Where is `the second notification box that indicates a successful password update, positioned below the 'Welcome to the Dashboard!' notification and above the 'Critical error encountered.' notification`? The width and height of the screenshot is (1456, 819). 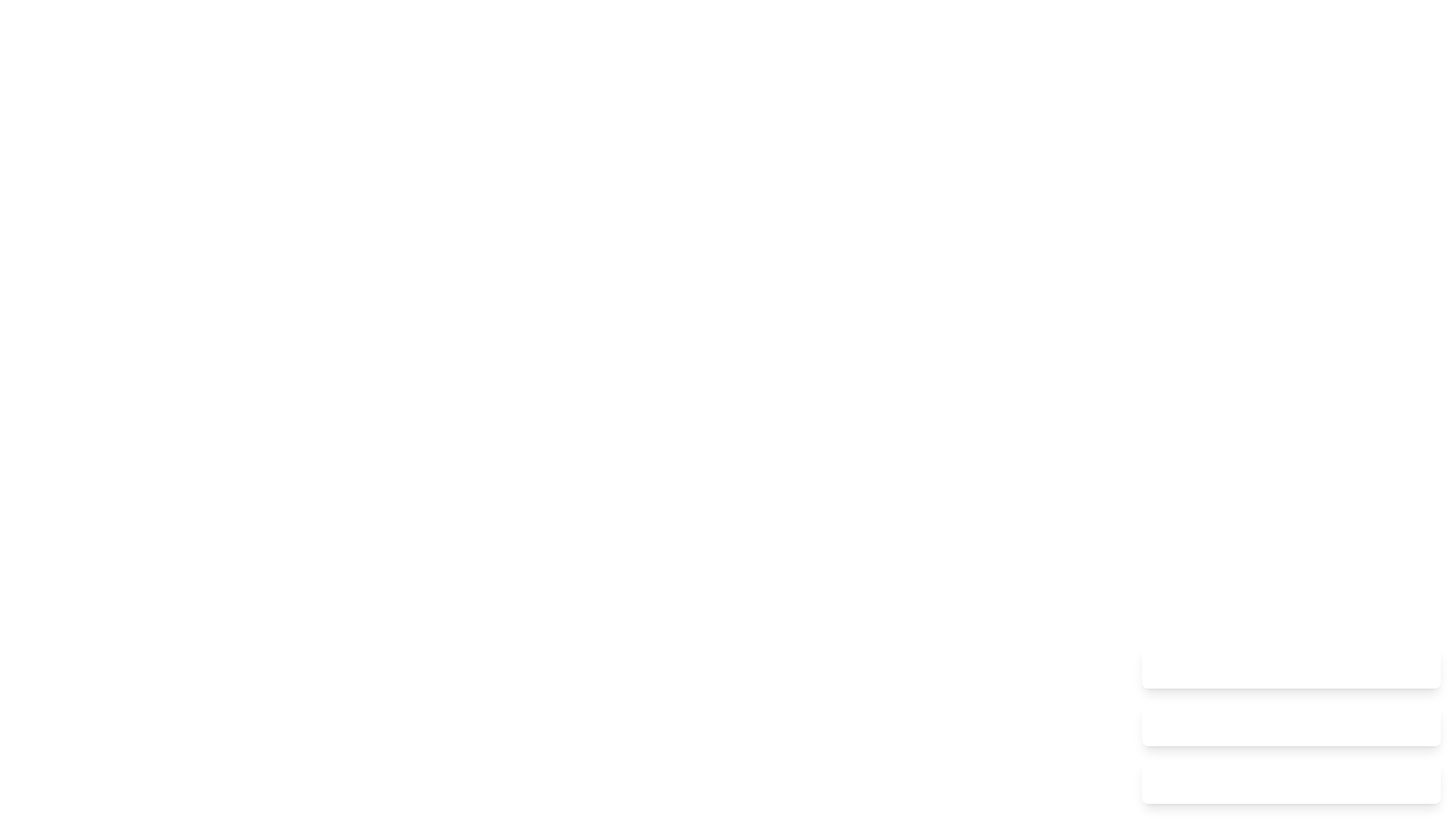
the second notification box that indicates a successful password update, positioned below the 'Welcome to the Dashboard!' notification and above the 'Critical error encountered.' notification is located at coordinates (1290, 724).